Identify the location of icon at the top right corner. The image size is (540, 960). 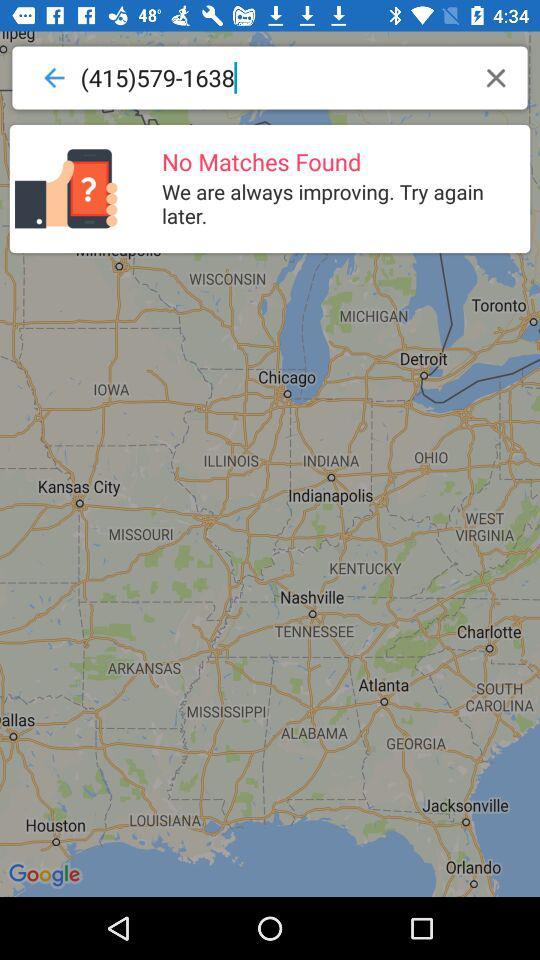
(495, 77).